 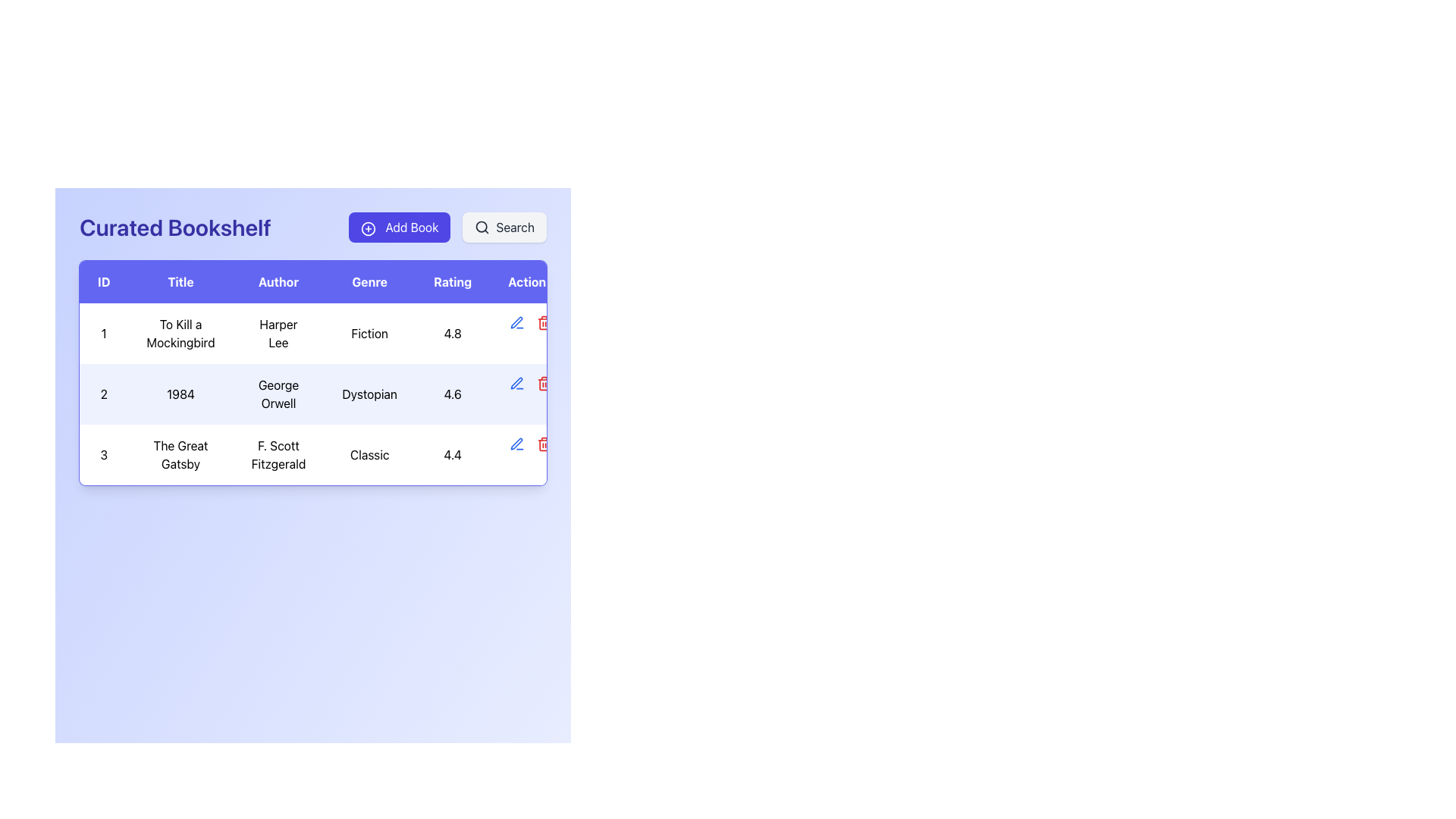 What do you see at coordinates (103, 332) in the screenshot?
I see `the text label displaying the number '1' in the first cell under the 'ID' column for the book 'To Kill a Mockingbird' in the table` at bounding box center [103, 332].